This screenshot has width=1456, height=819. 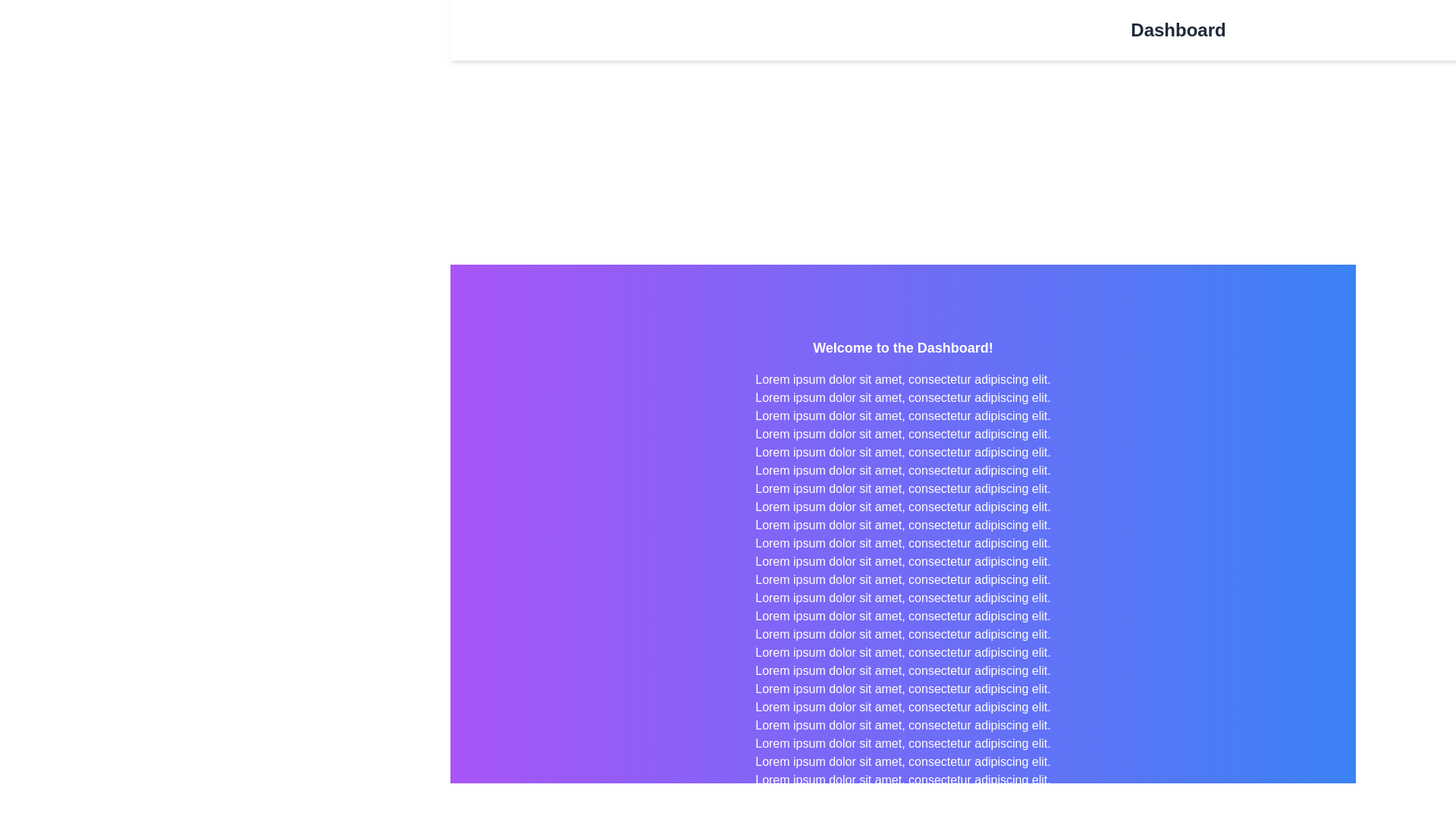 I want to click on the text label that reads 'Lorem ipsum dolor sit amet, consectetur adipiscing elit.' which is styled in white against a gradient background, located beneath the header 'Welcome to the Dashboard!', so click(x=902, y=379).